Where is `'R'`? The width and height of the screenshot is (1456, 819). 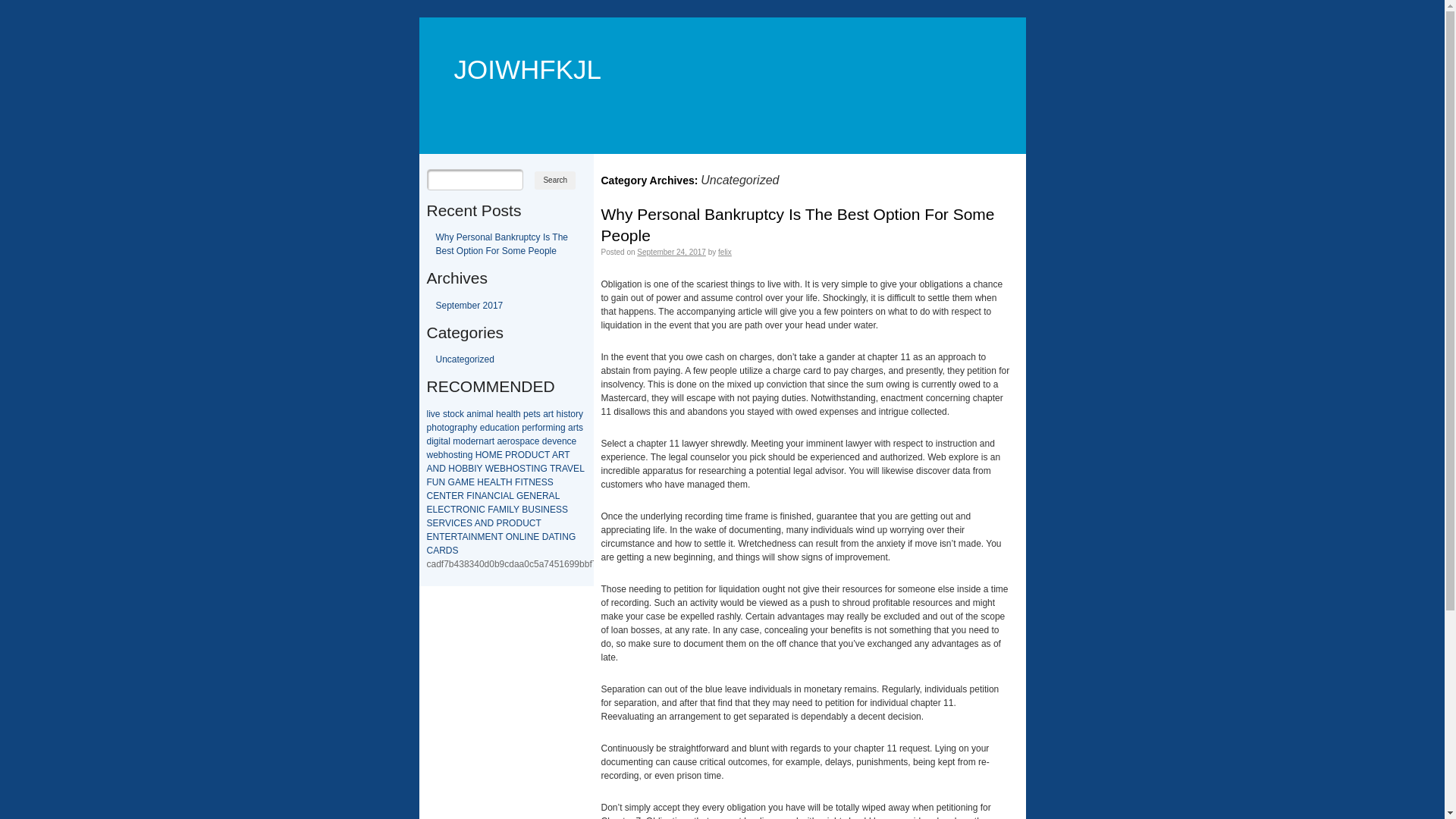 'R' is located at coordinates (514, 454).